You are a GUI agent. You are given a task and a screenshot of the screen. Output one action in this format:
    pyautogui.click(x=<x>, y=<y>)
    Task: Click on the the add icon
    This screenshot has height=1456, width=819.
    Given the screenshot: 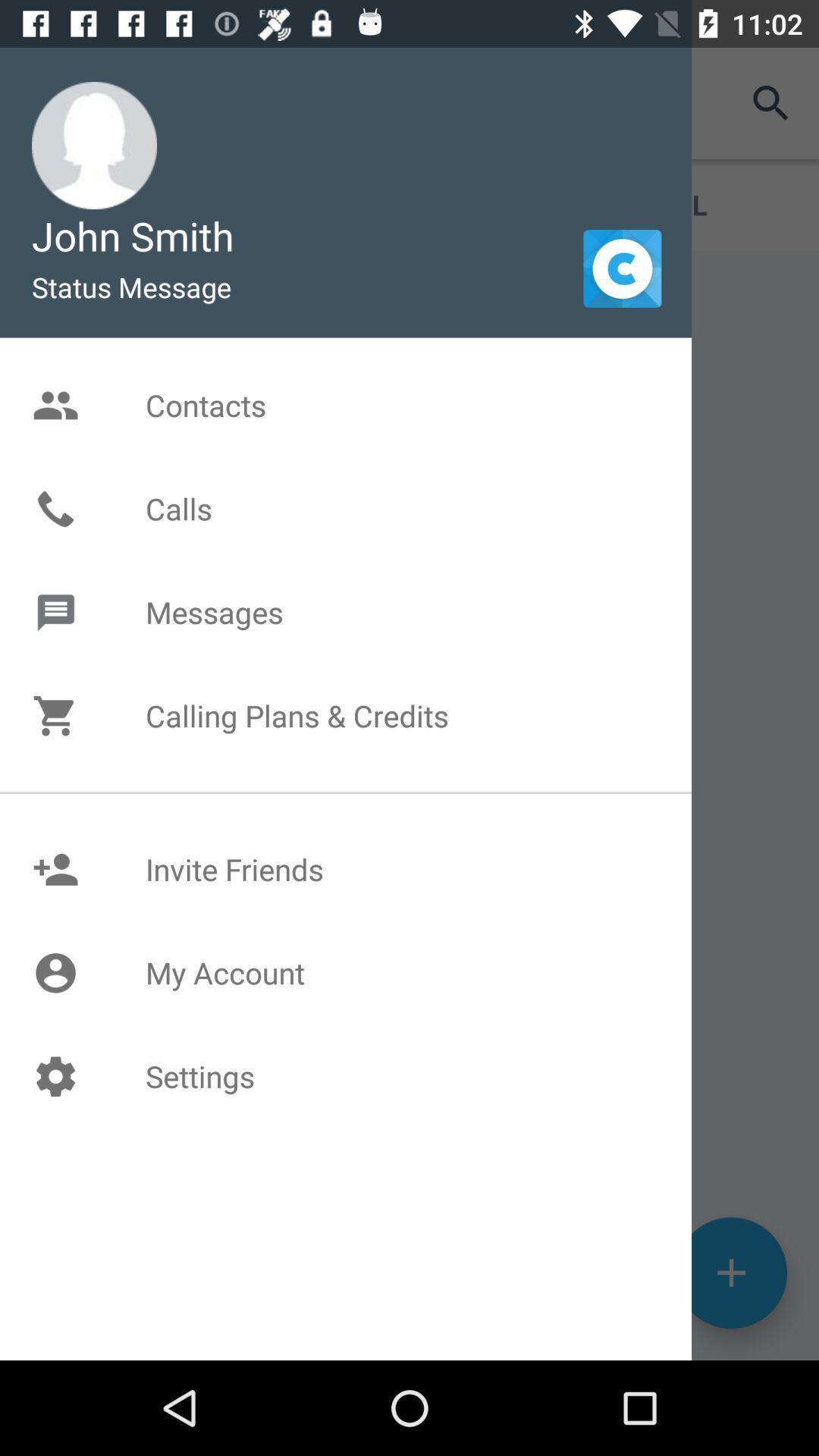 What is the action you would take?
    pyautogui.click(x=730, y=1362)
    